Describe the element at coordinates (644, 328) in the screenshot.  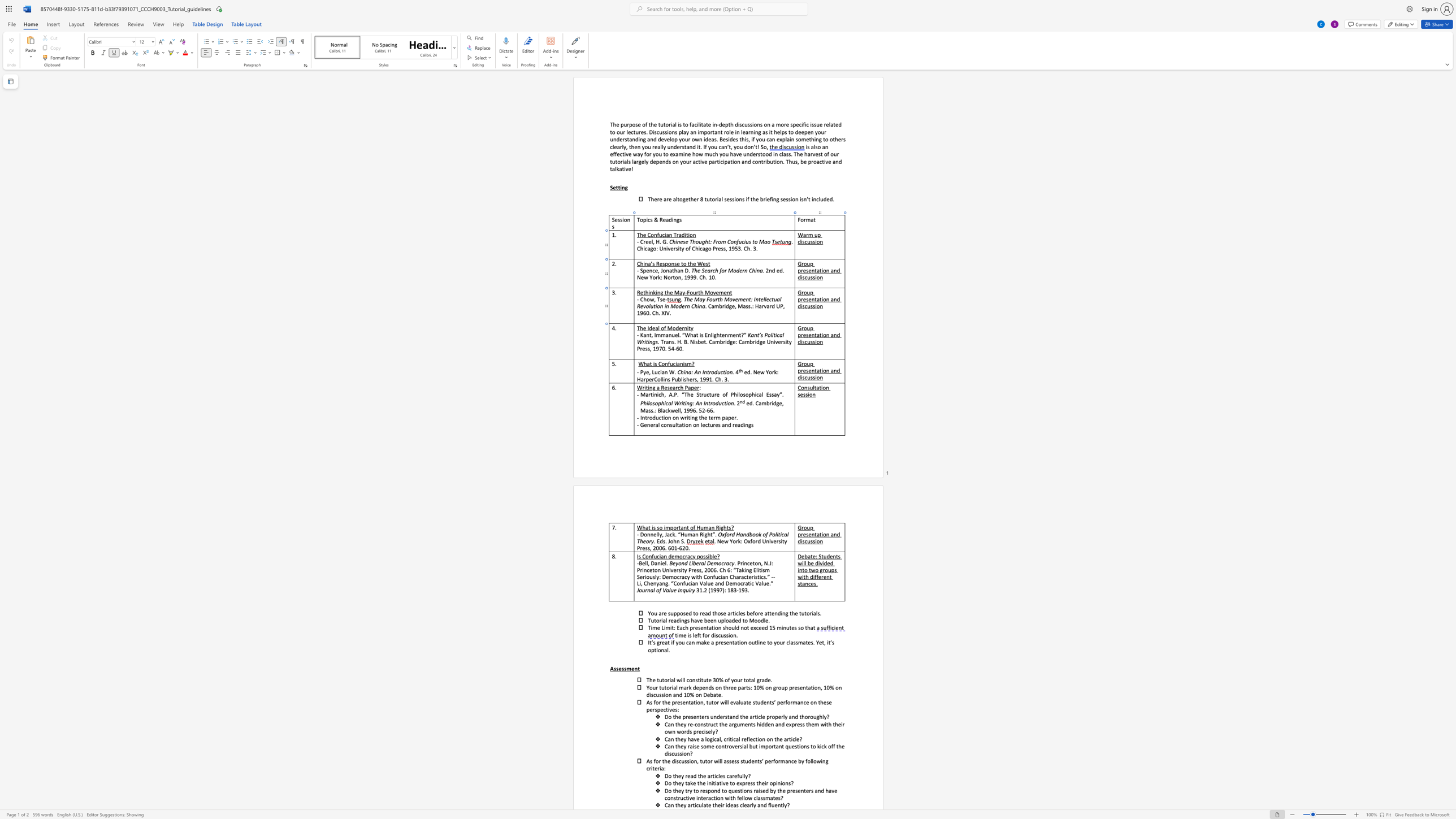
I see `the 1th character "e" in the text` at that location.